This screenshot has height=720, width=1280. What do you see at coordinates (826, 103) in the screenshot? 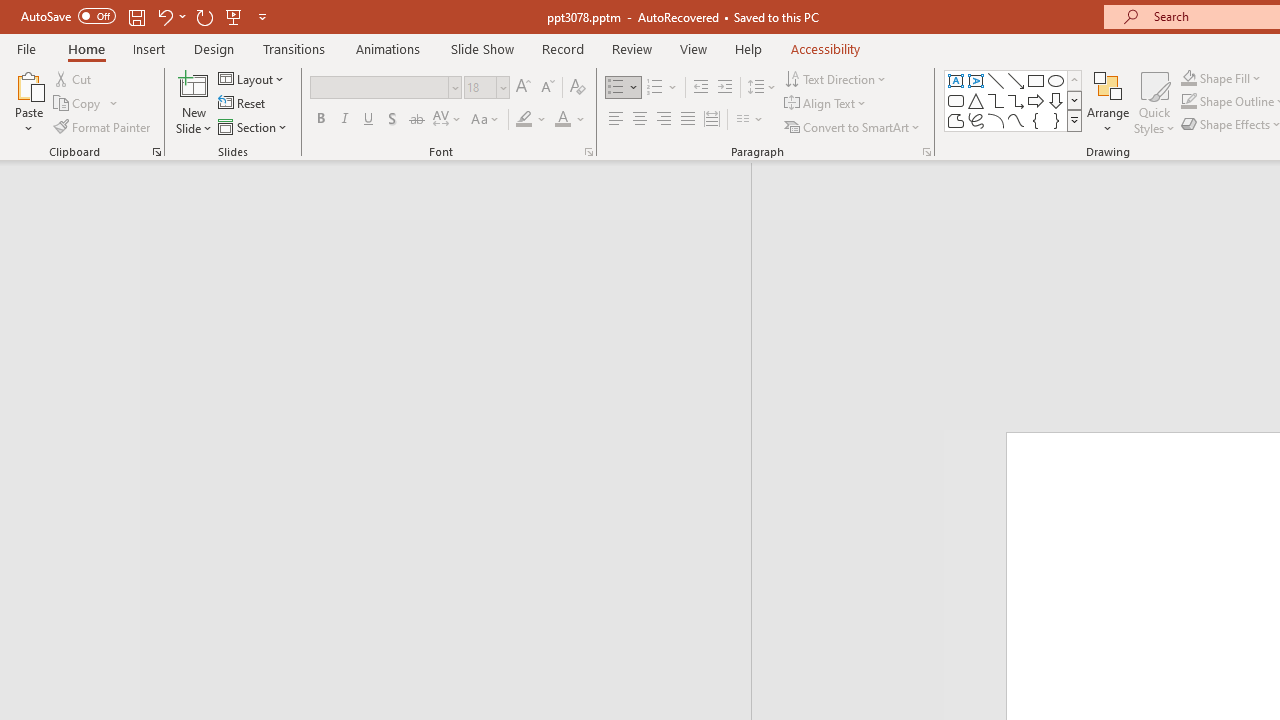
I see `'Align Text'` at bounding box center [826, 103].